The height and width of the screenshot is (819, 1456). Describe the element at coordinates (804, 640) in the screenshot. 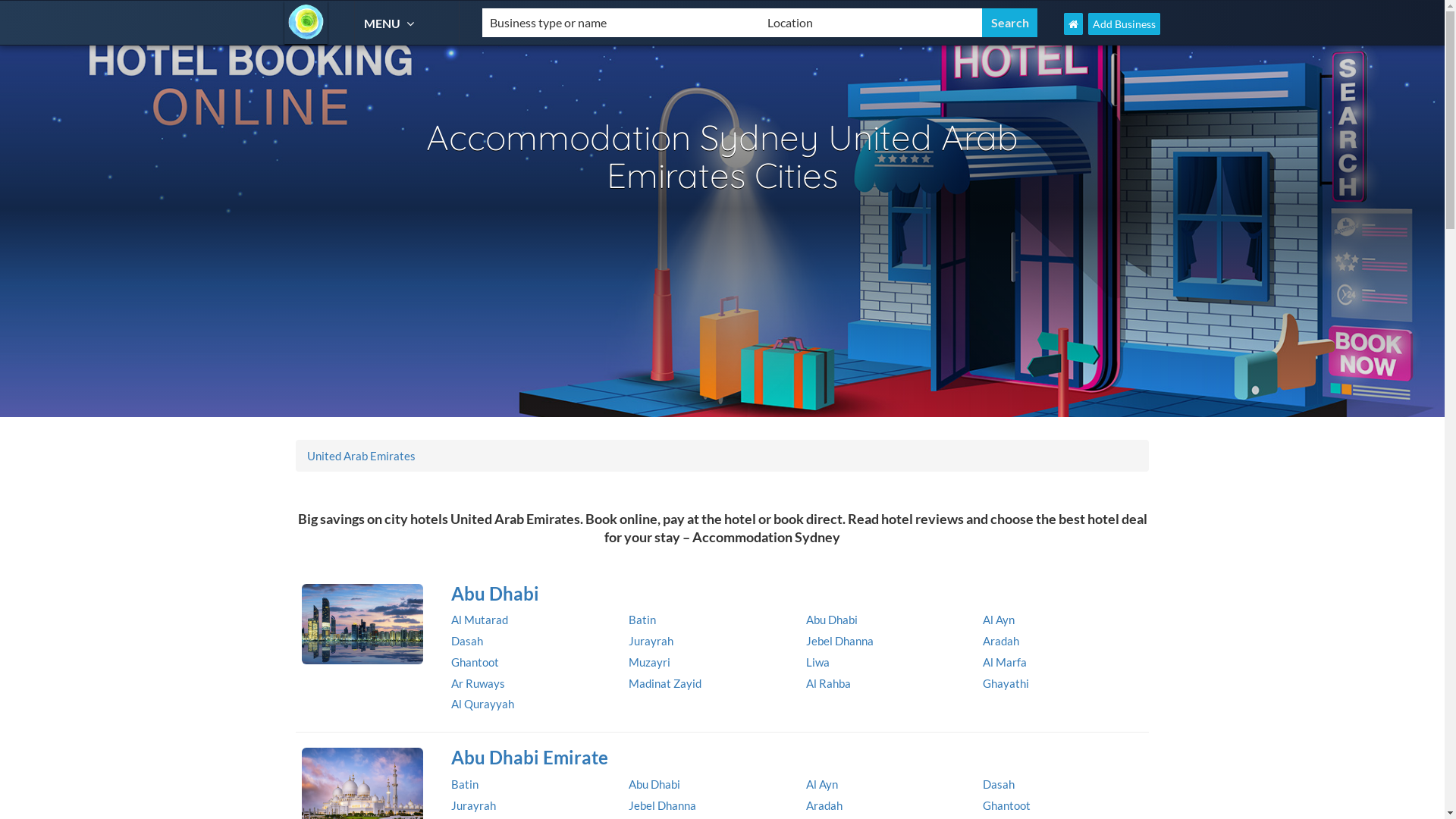

I see `'Jebel Dhanna'` at that location.